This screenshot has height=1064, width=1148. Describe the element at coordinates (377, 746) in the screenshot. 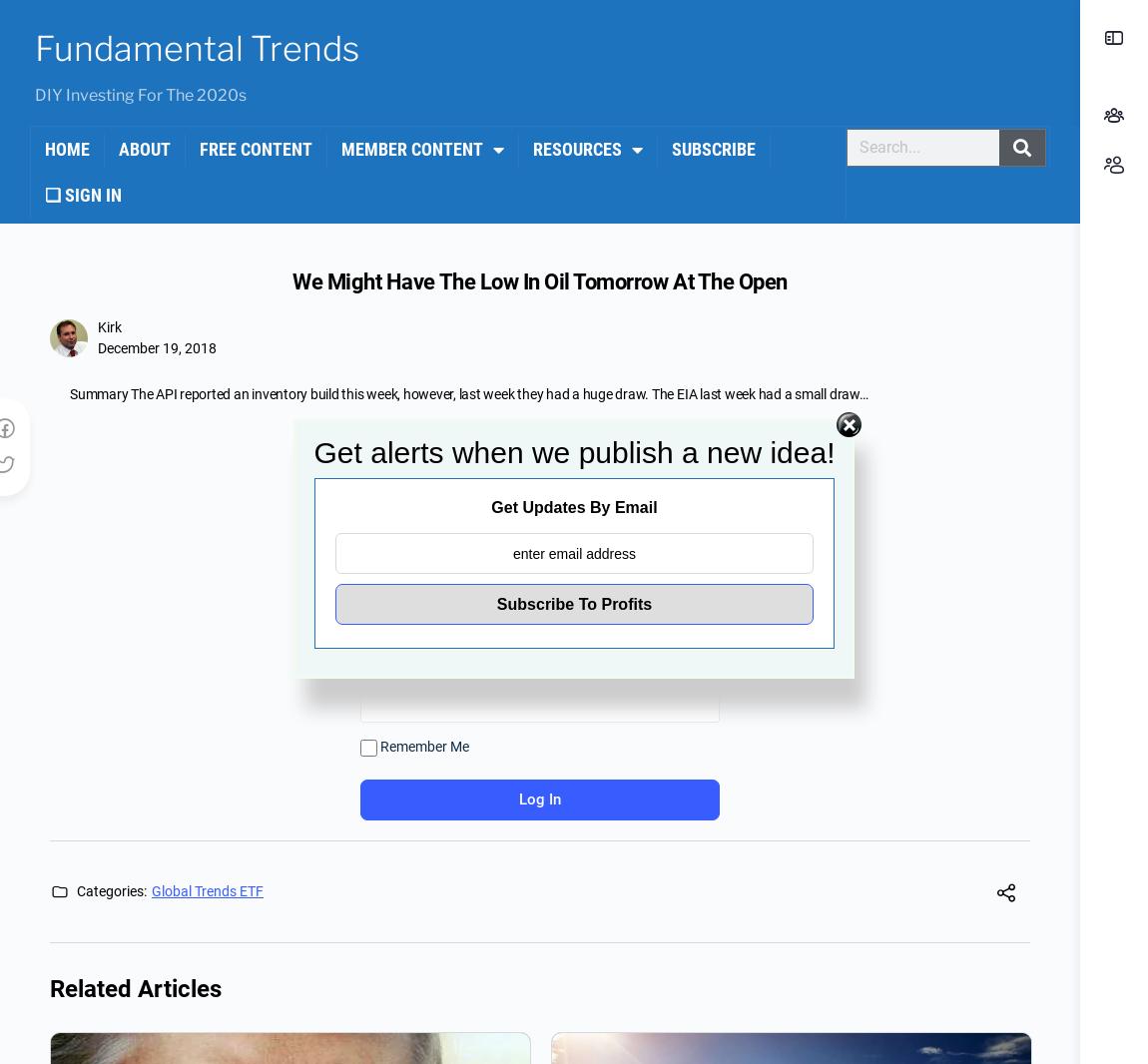

I see `'Remember Me'` at that location.